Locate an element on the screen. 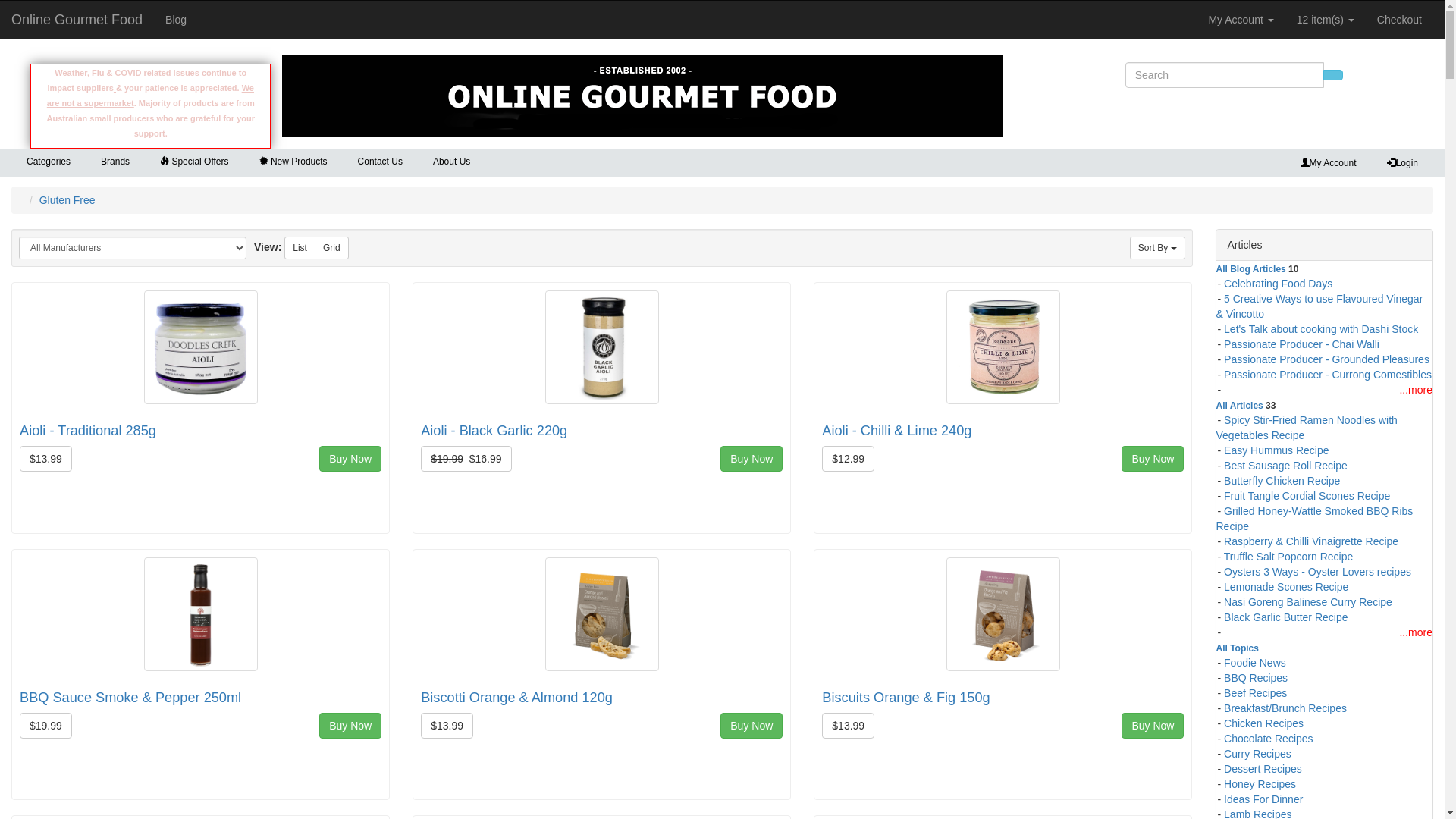  'Best Sausage Roll Recipe' is located at coordinates (1285, 463).